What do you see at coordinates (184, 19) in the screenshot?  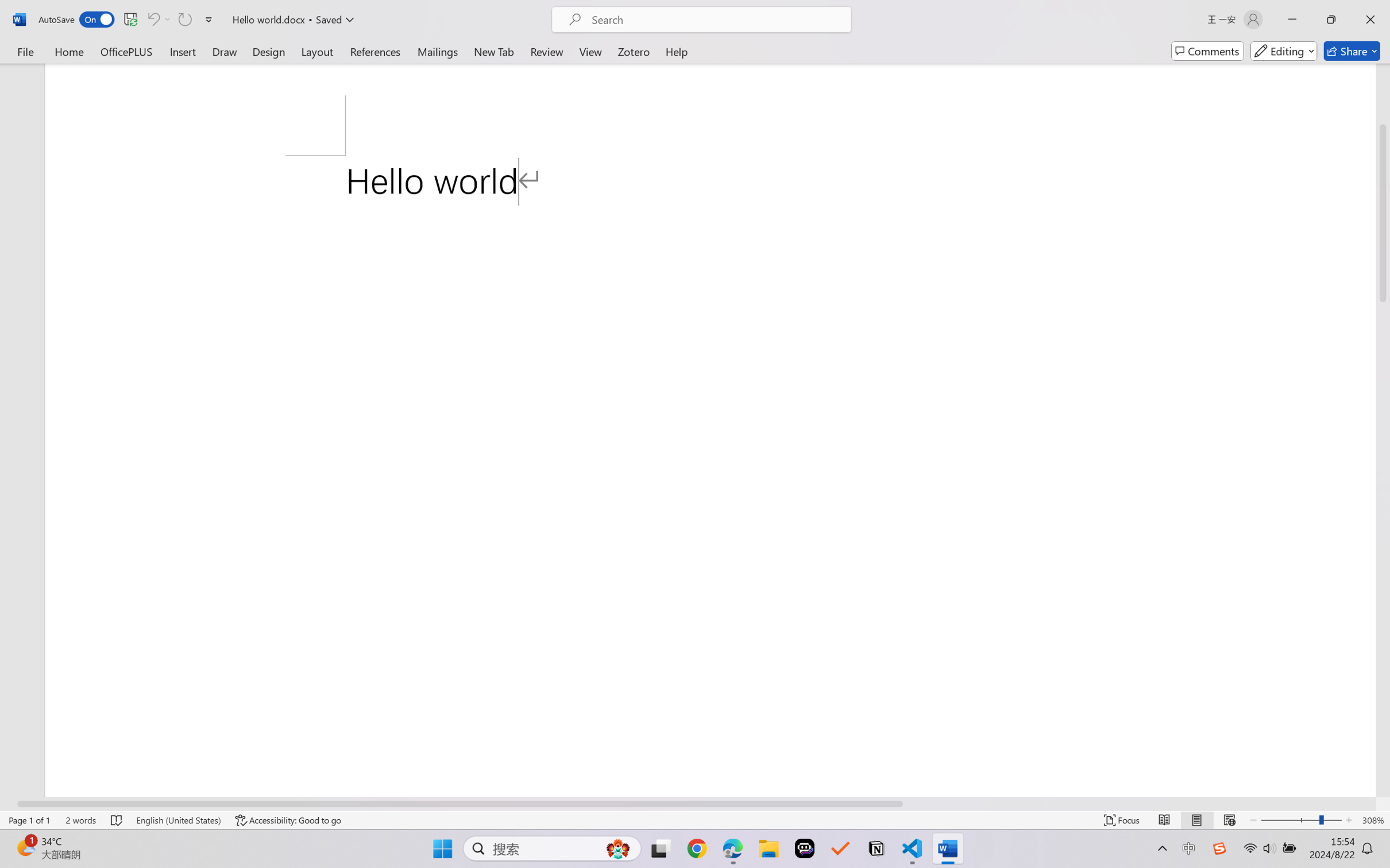 I see `'Can'` at bounding box center [184, 19].